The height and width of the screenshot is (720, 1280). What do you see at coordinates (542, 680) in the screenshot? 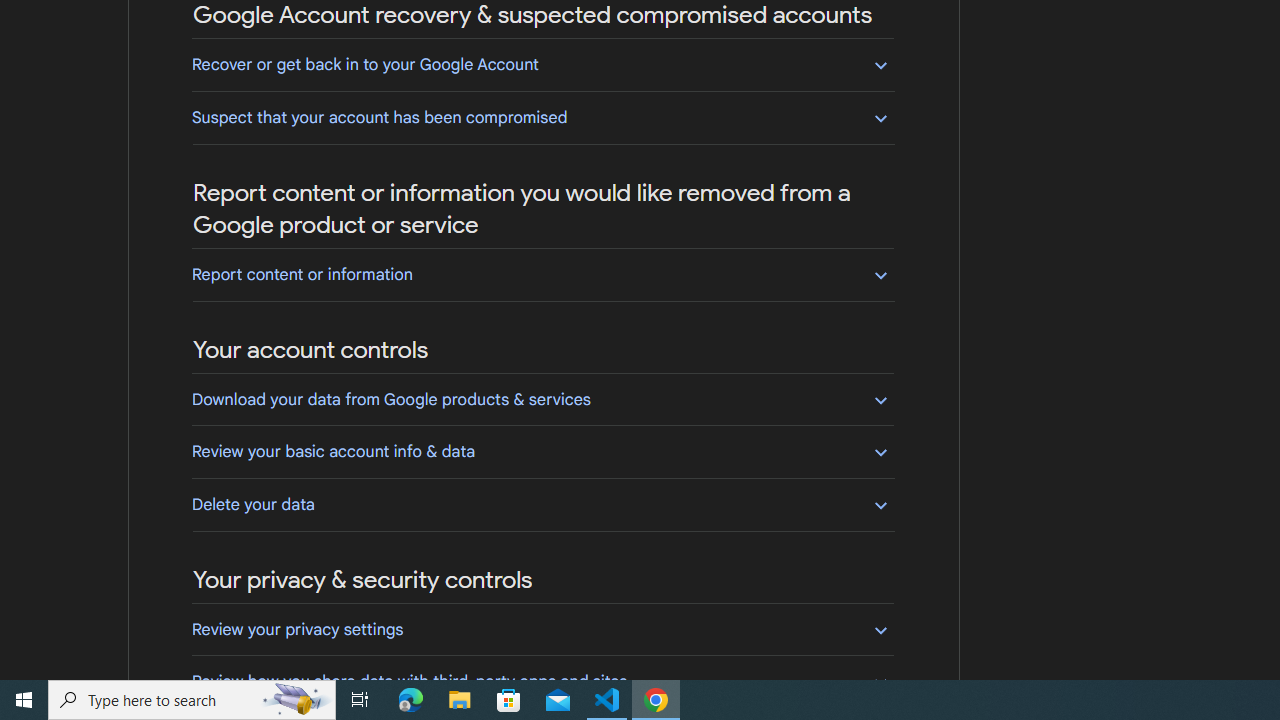
I see `'Review how you share data with third-party apps and sites'` at bounding box center [542, 680].